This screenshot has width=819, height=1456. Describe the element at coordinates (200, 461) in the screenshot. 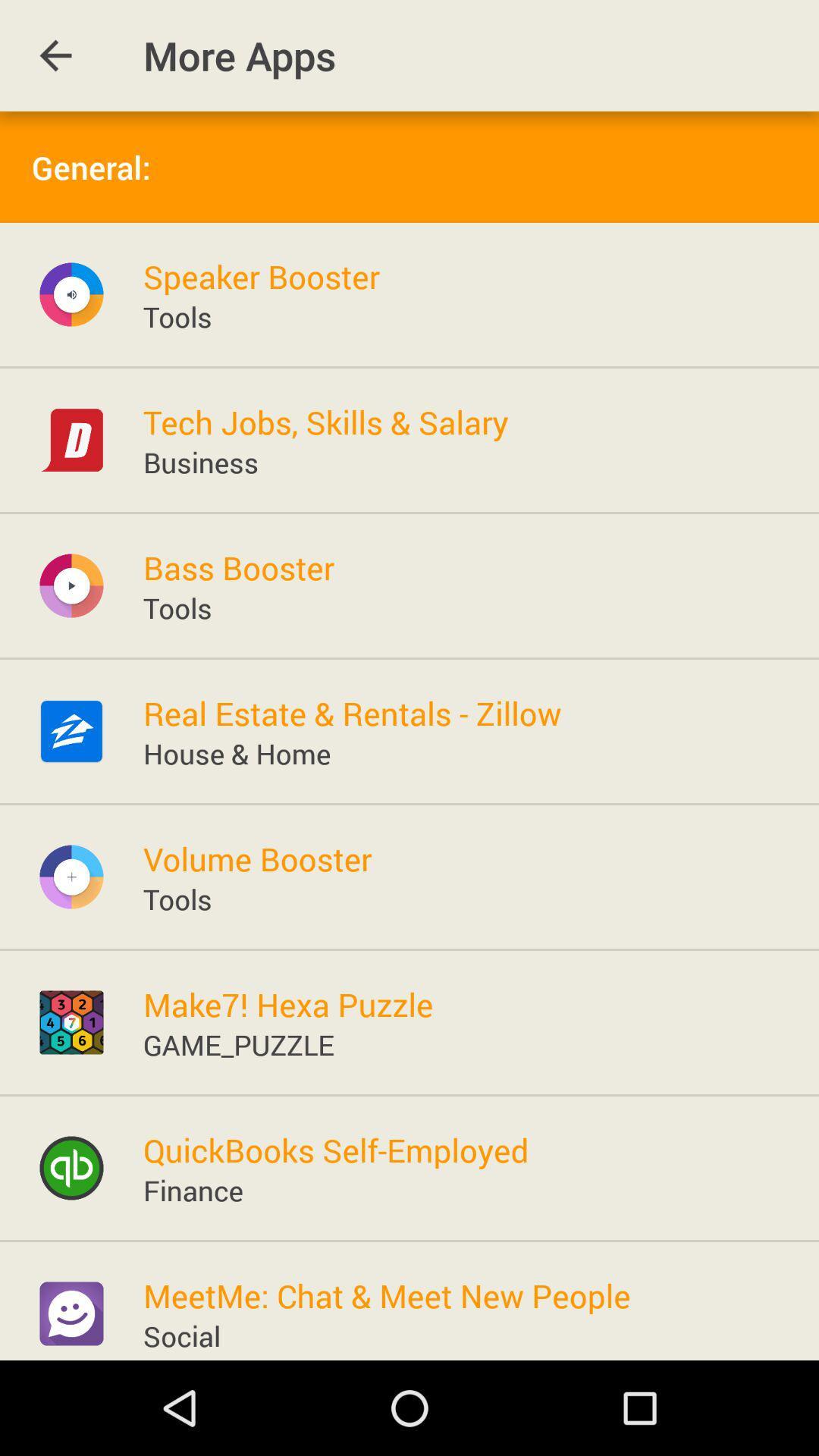

I see `item above bass booster icon` at that location.